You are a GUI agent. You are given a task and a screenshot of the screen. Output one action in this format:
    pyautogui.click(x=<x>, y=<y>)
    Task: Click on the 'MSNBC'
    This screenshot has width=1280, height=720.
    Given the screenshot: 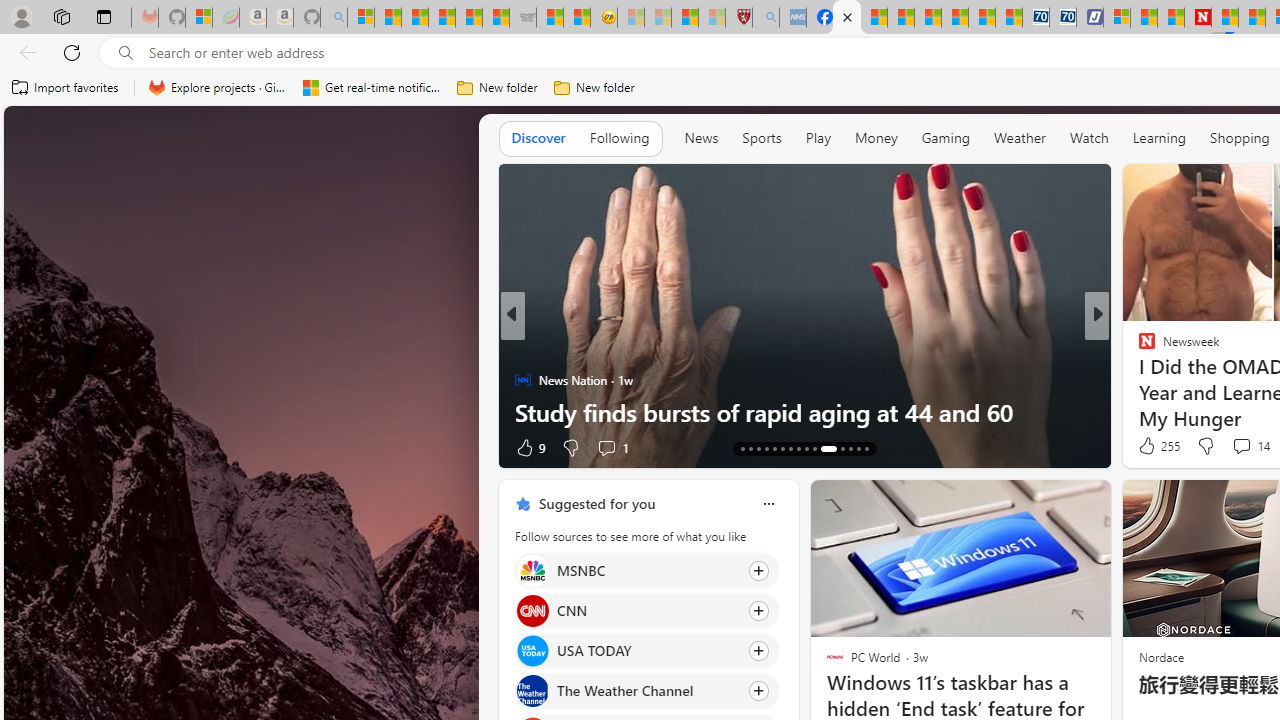 What is the action you would take?
    pyautogui.click(x=532, y=570)
    